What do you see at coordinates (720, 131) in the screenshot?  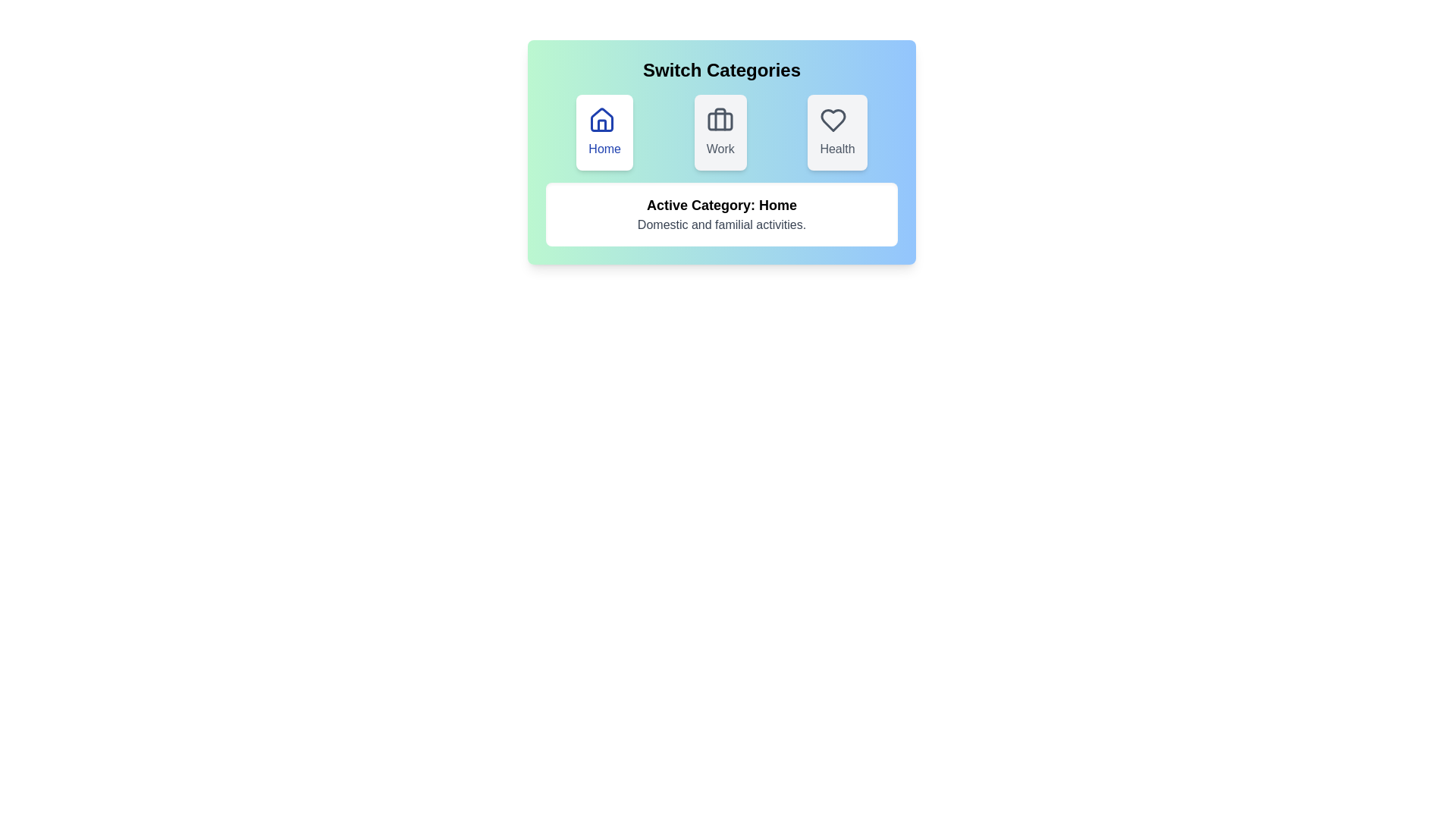 I see `the button with the label Work` at bounding box center [720, 131].